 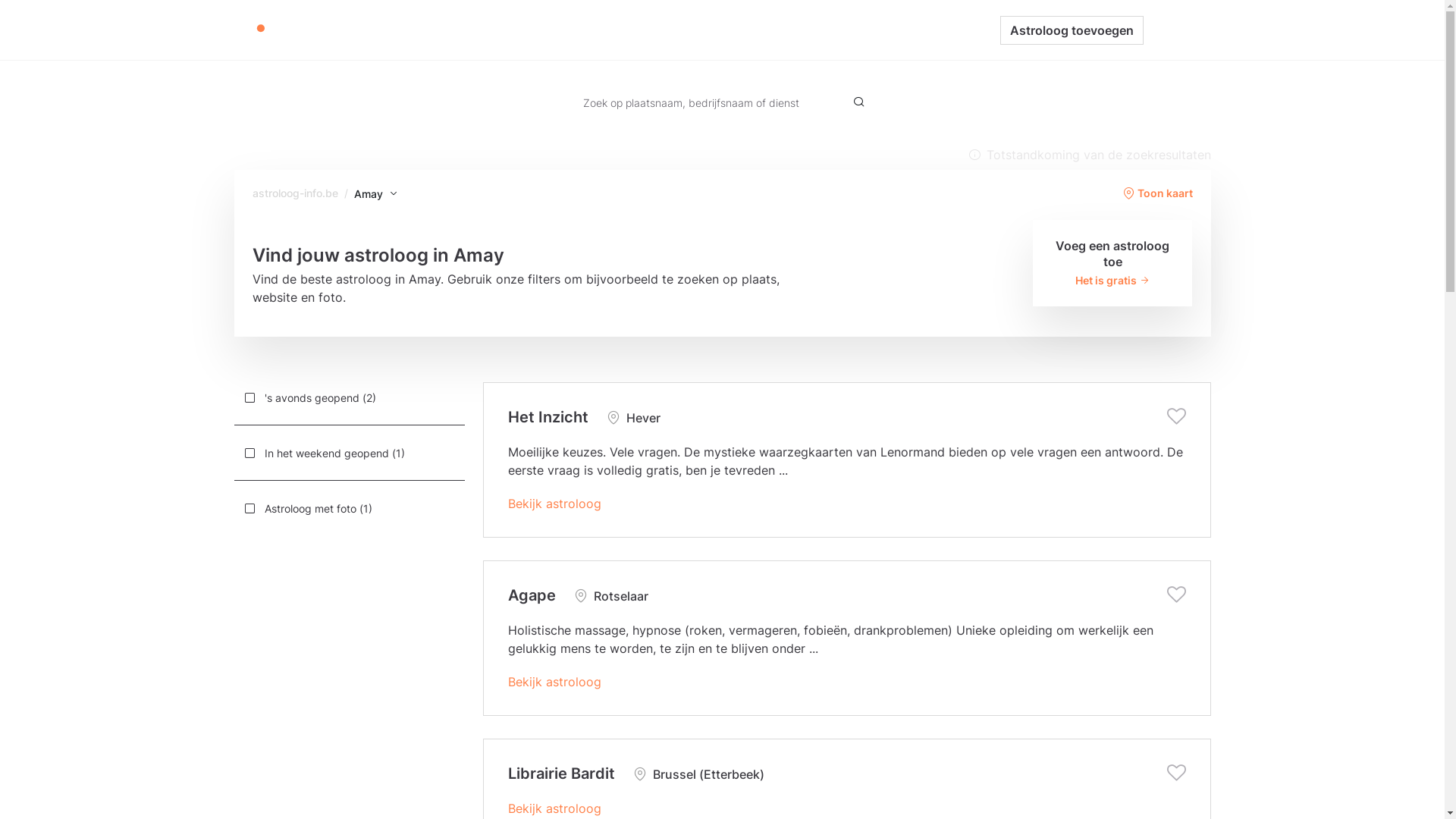 I want to click on 'Agape', so click(x=532, y=595).